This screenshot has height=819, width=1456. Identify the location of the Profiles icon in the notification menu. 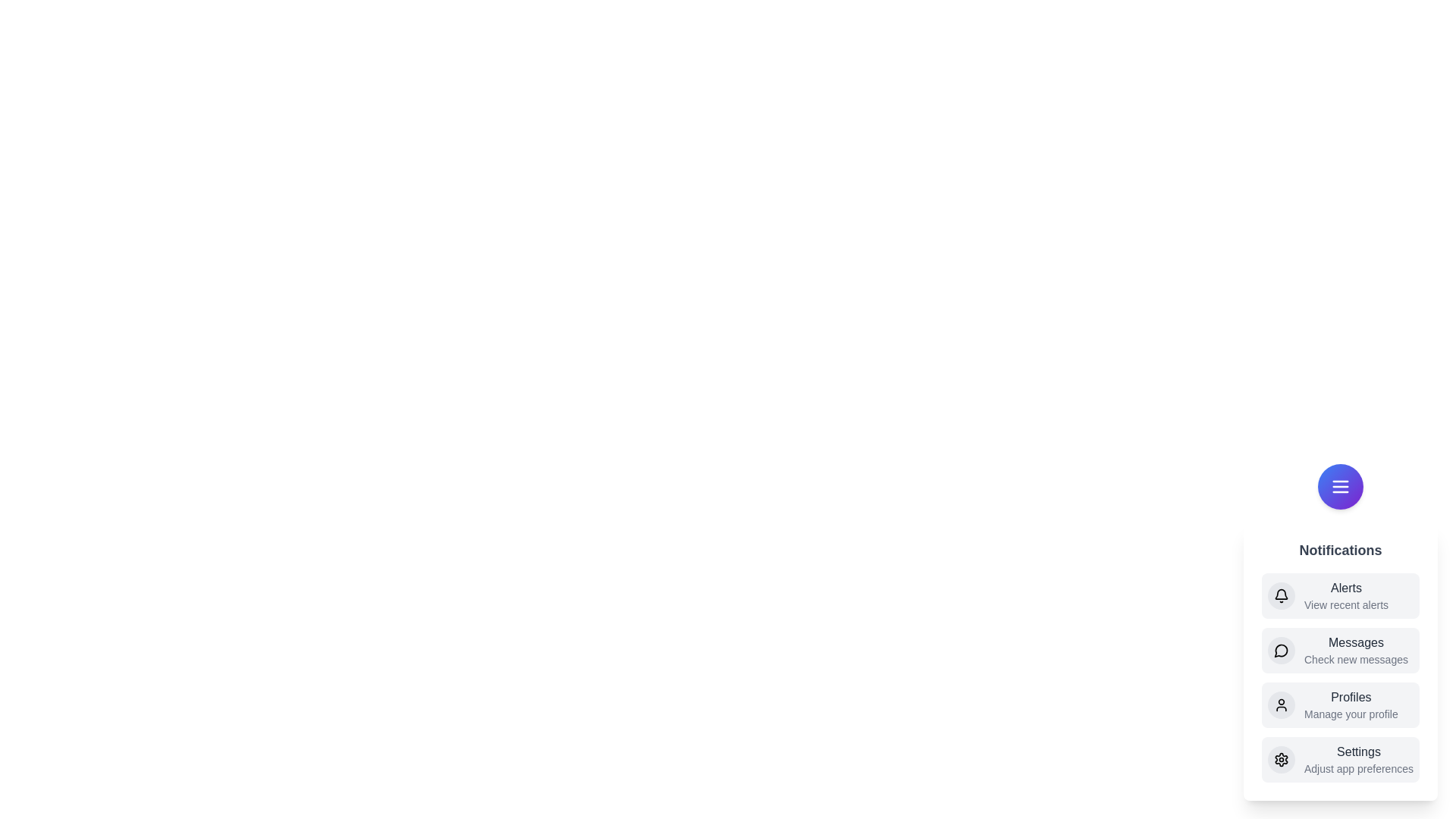
(1280, 704).